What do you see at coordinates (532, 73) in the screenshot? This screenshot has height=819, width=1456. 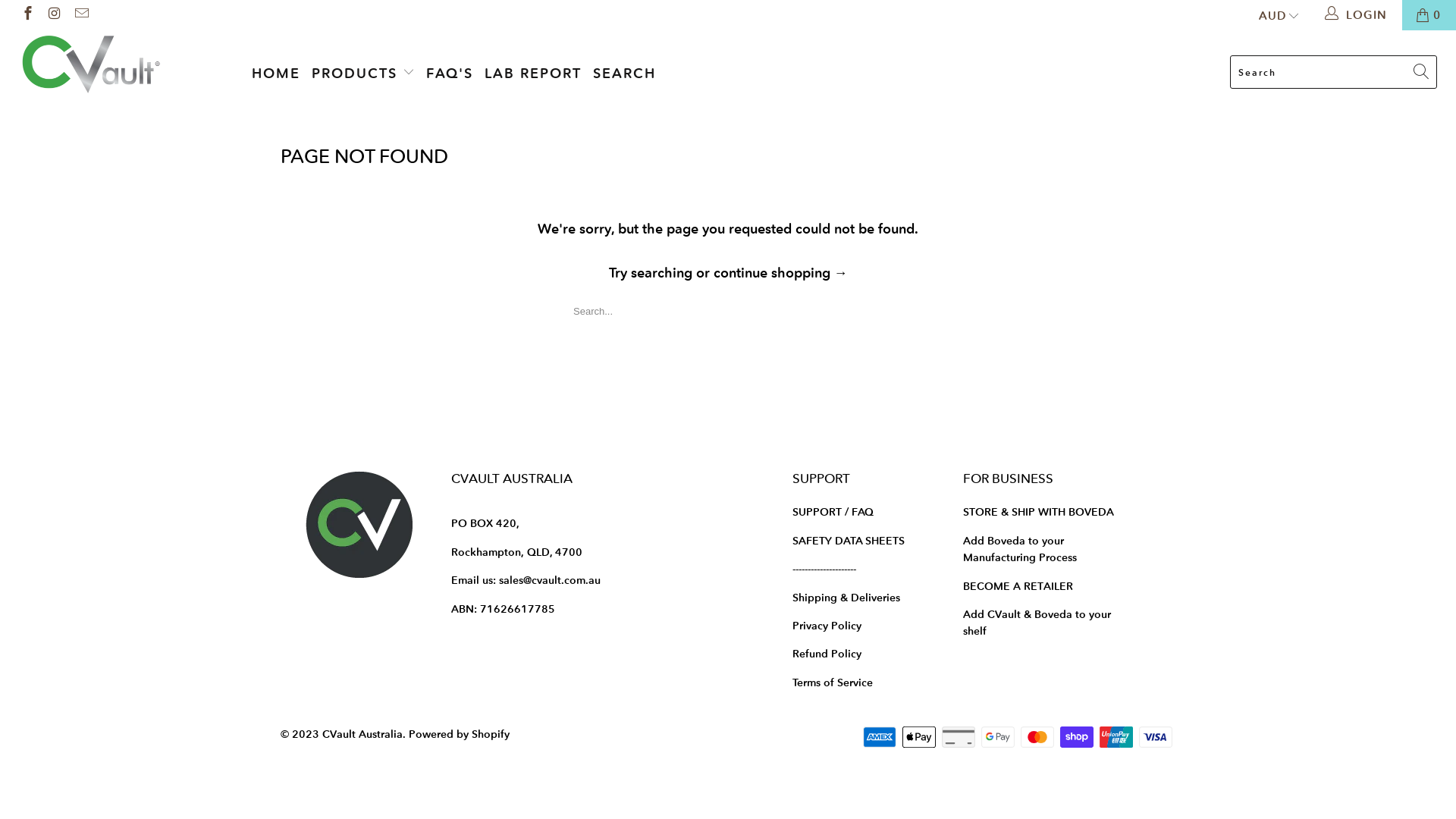 I see `'LAB REPORT'` at bounding box center [532, 73].